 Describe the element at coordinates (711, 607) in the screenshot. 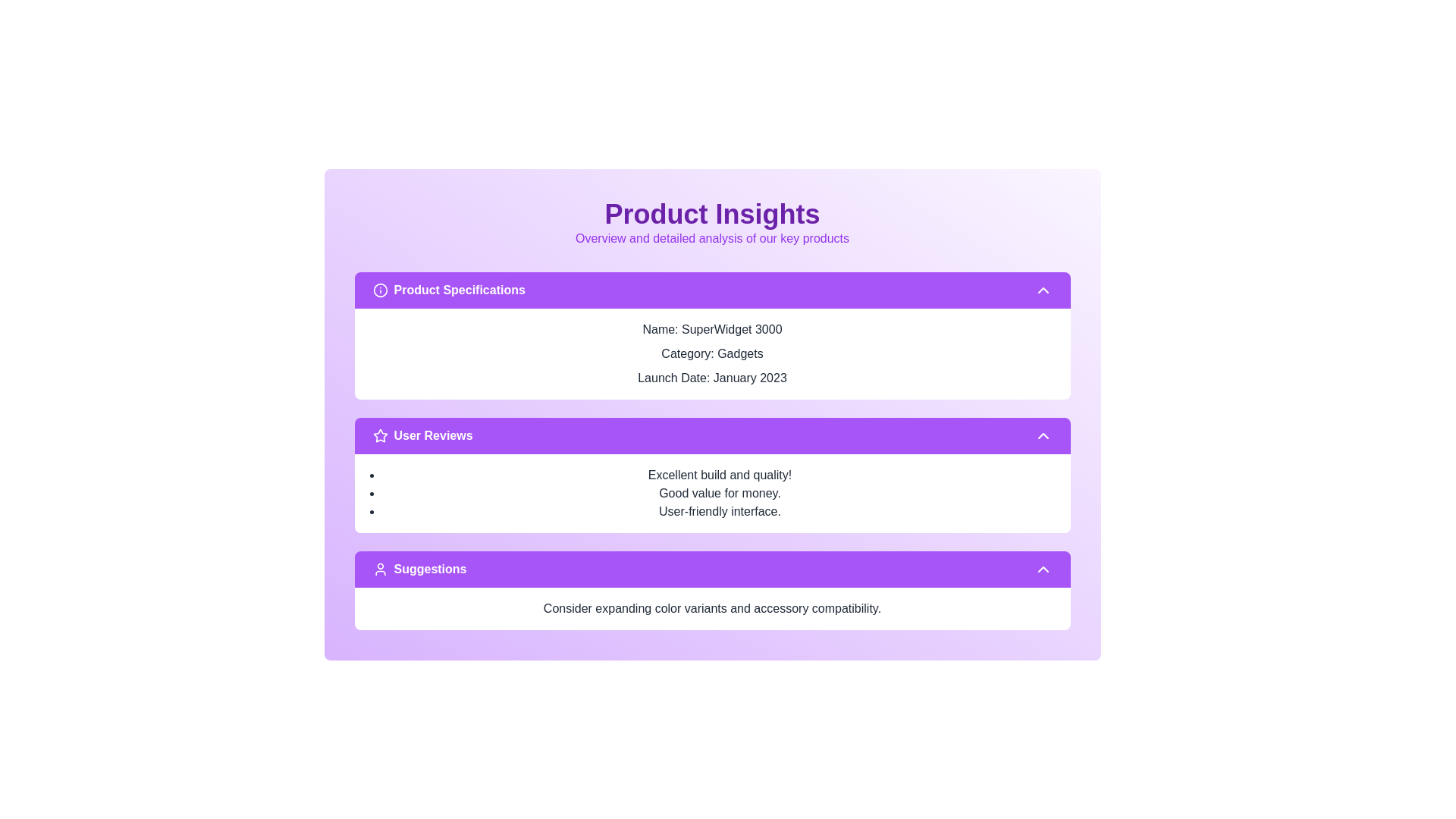

I see `informational text located in the 'Suggestions' section, which provides advice related to the subject matter of the interface` at that location.